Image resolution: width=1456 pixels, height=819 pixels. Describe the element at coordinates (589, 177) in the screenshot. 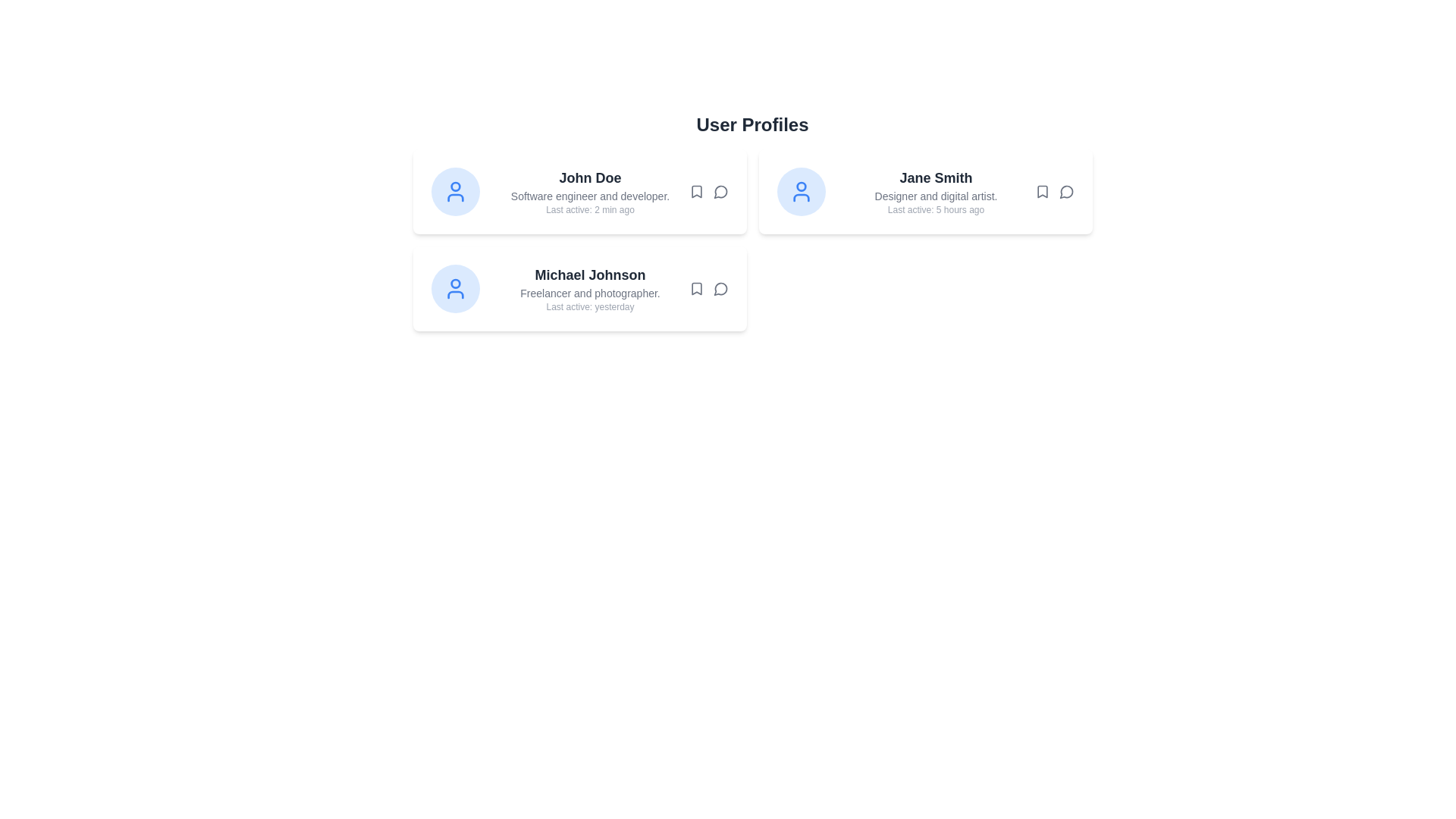

I see `the user name text label in the top left profile card within the grid of profiles` at that location.